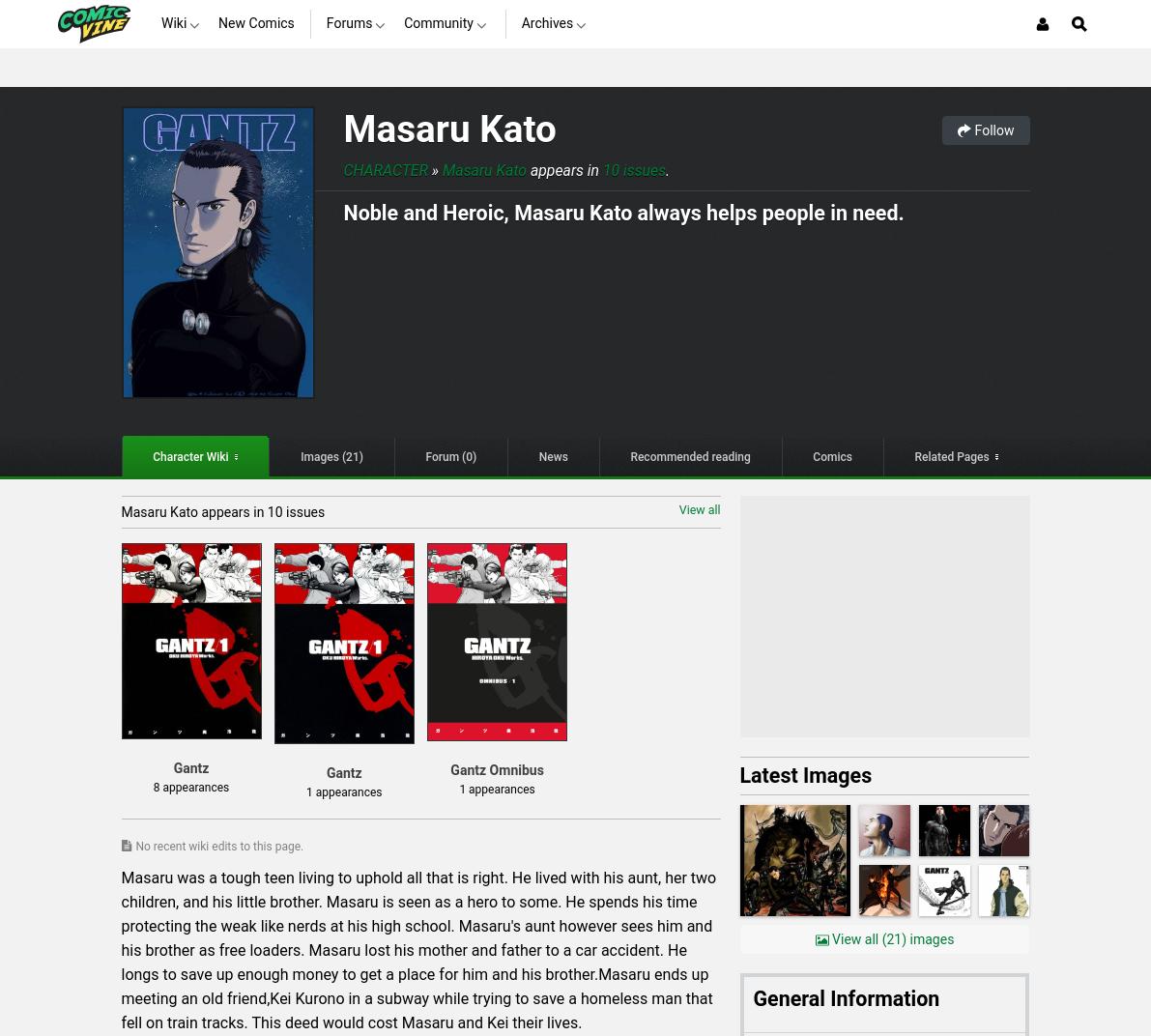 The image size is (1151, 1036). What do you see at coordinates (805, 775) in the screenshot?
I see `'Latest Images'` at bounding box center [805, 775].